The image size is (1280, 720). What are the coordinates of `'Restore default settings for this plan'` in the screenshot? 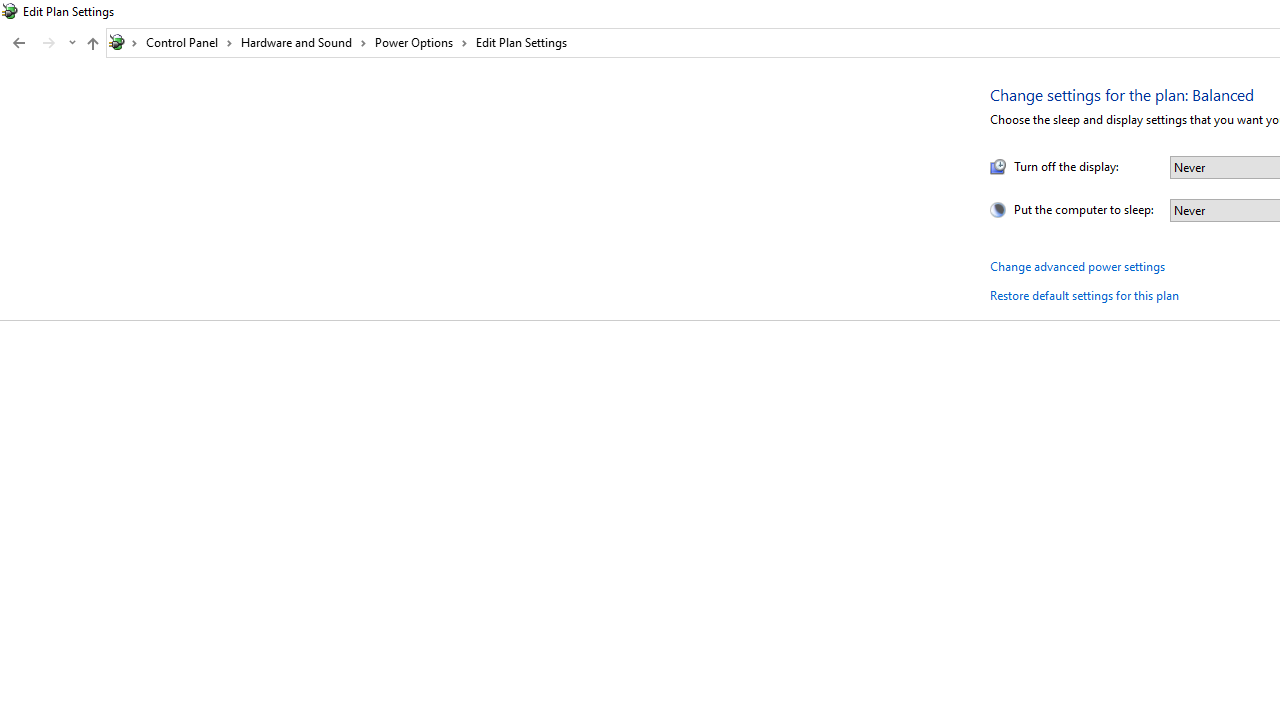 It's located at (1083, 295).